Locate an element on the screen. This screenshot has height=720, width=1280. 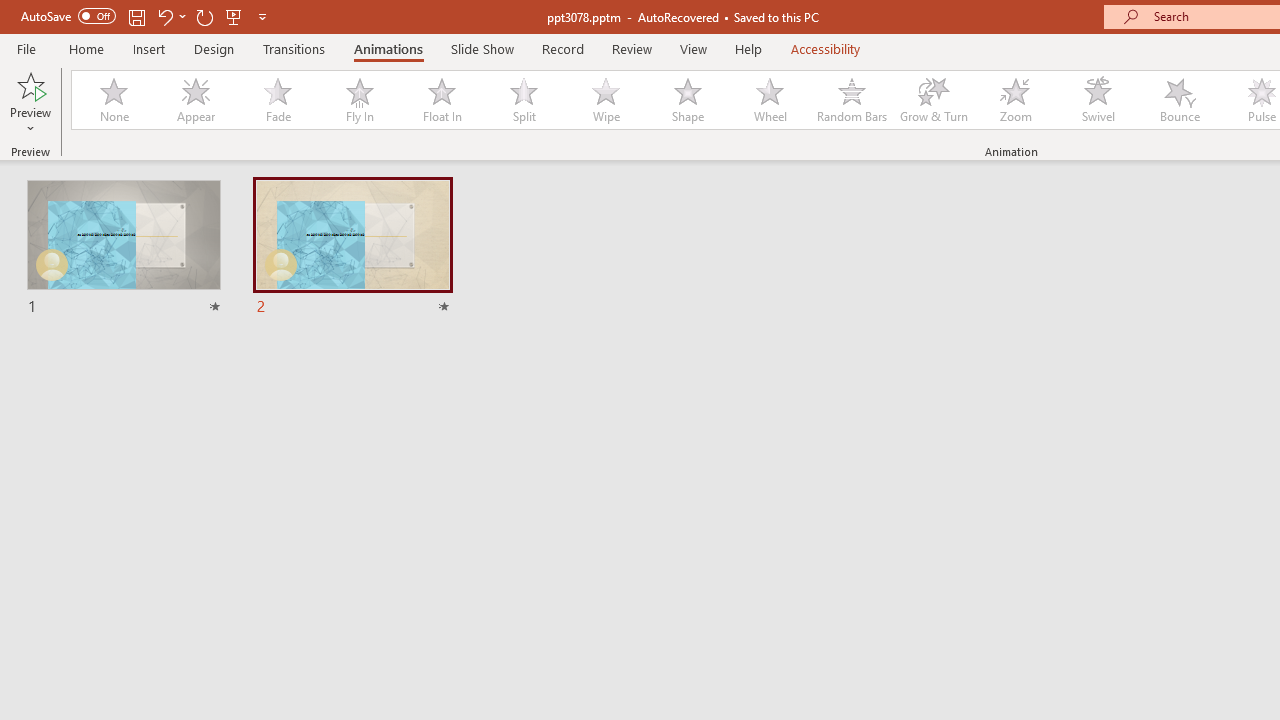
'Wheel' is located at coordinates (769, 100).